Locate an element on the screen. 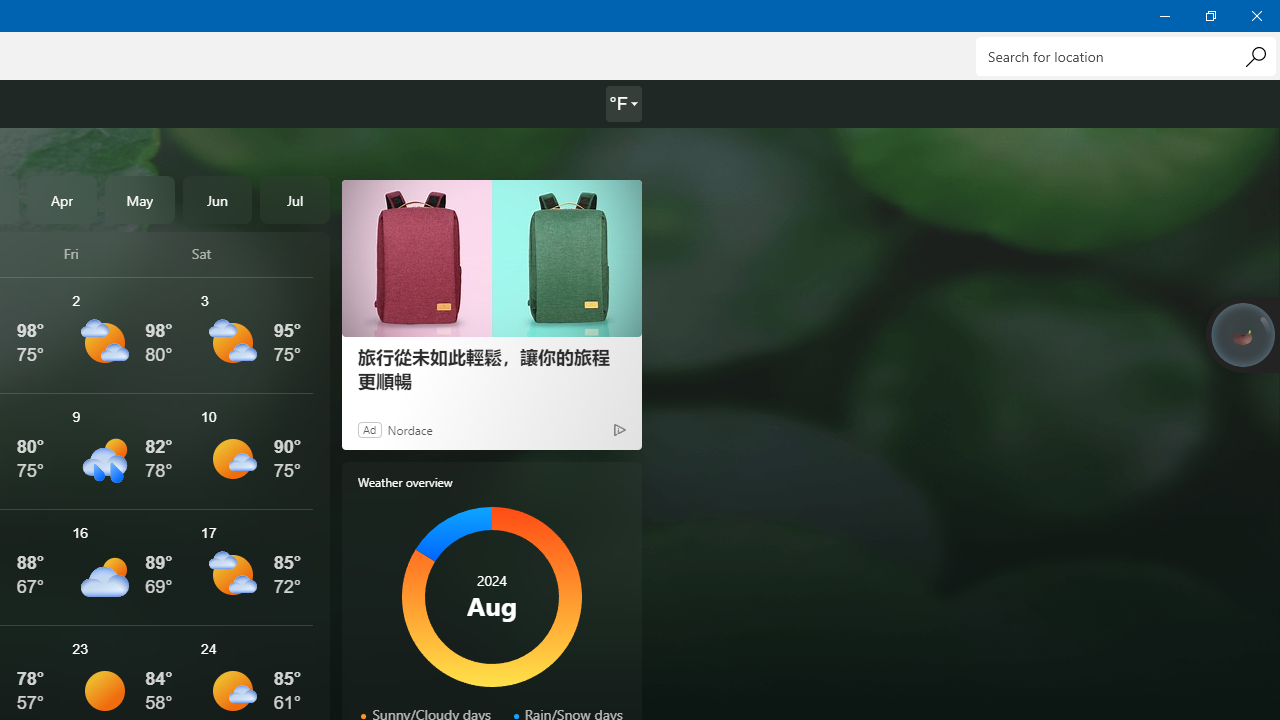 The image size is (1280, 720). 'Search for location' is located at coordinates (1125, 55).